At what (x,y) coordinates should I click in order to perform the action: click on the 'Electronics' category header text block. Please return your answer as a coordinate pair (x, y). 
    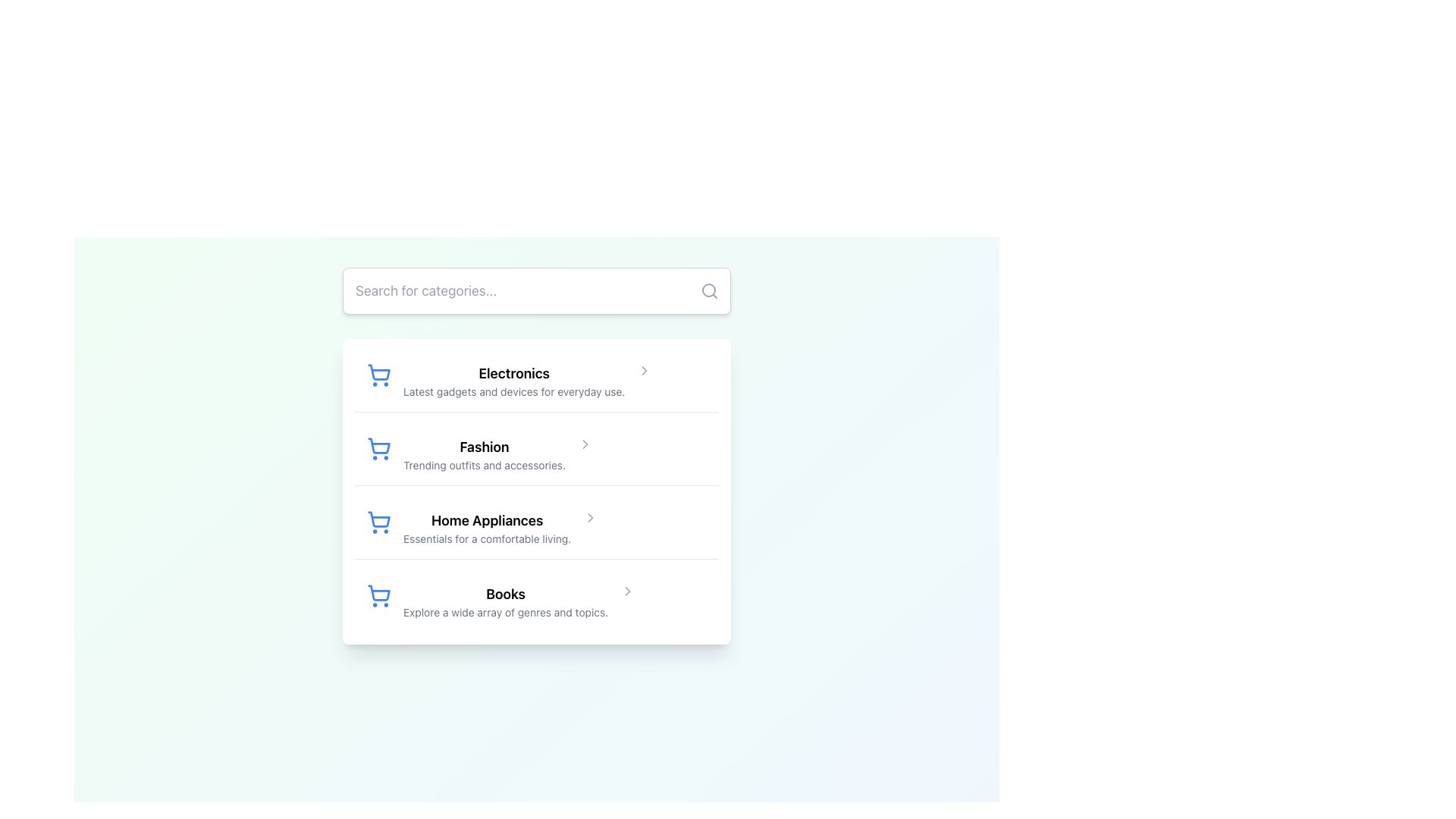
    Looking at the image, I should click on (514, 380).